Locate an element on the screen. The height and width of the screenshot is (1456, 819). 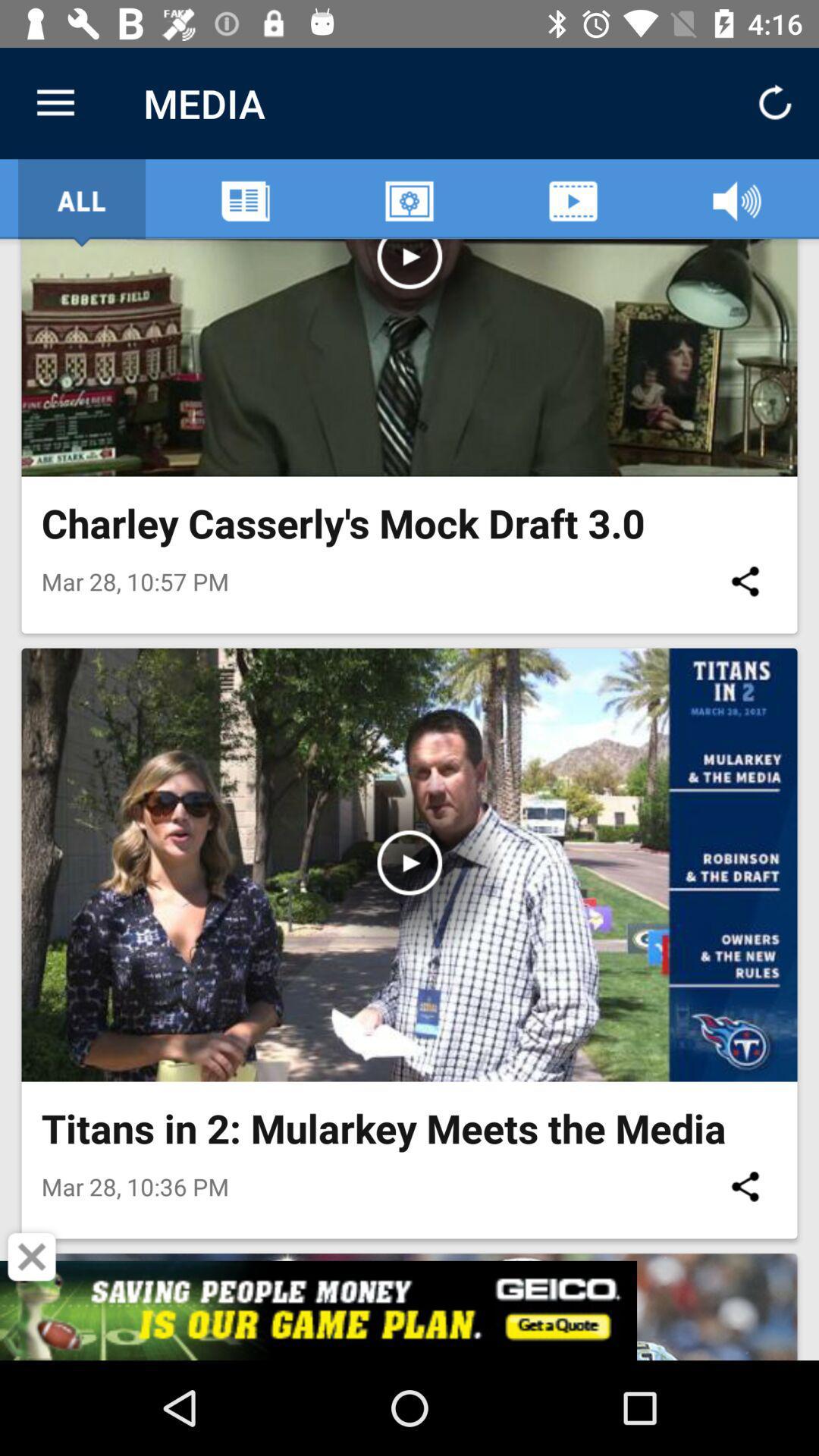
item next to media is located at coordinates (55, 102).